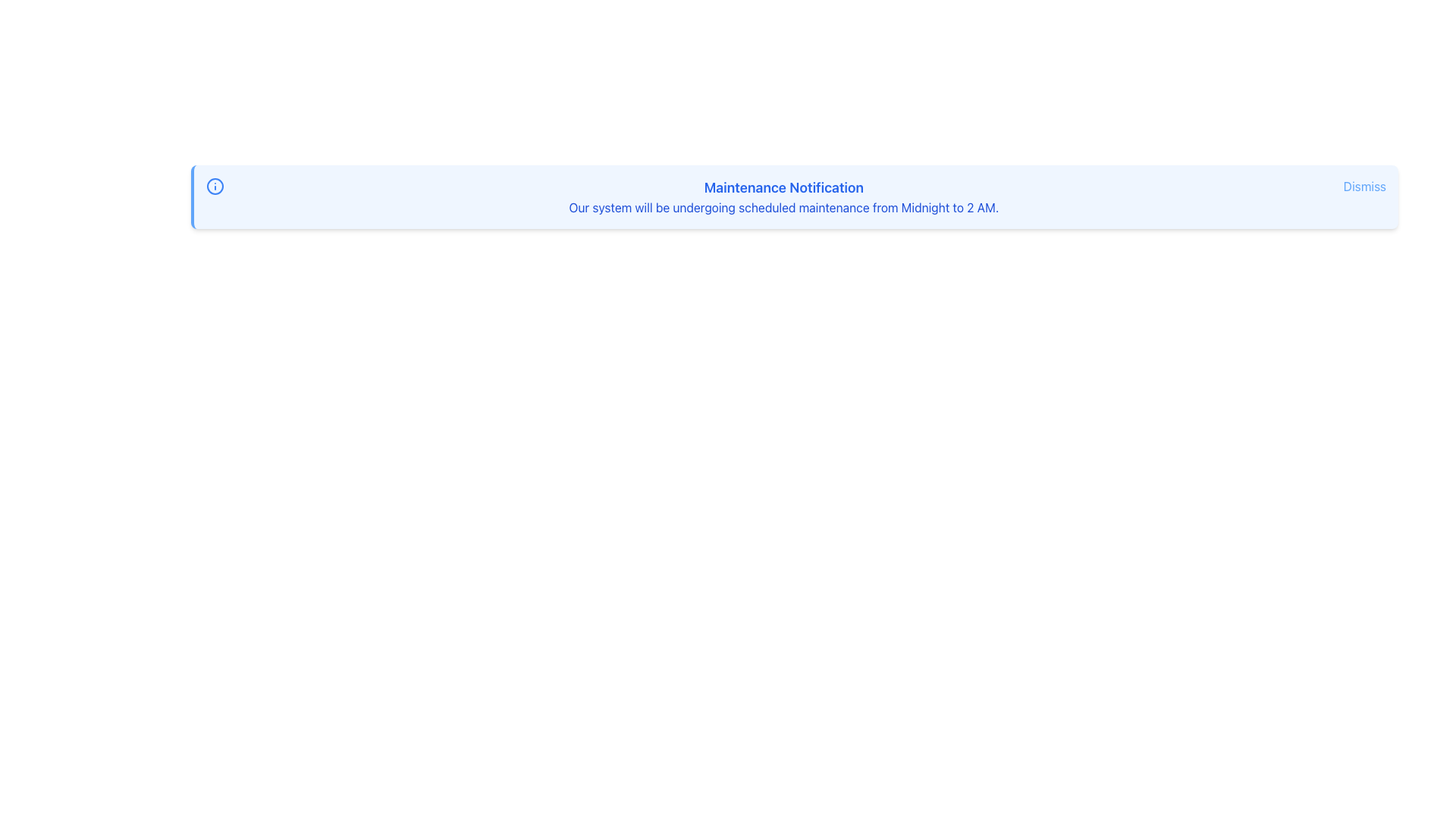  Describe the element at coordinates (214, 186) in the screenshot. I see `the circular blue outlined information icon located at the left edge of the notification banner with the title 'Maintenance Notification'` at that location.